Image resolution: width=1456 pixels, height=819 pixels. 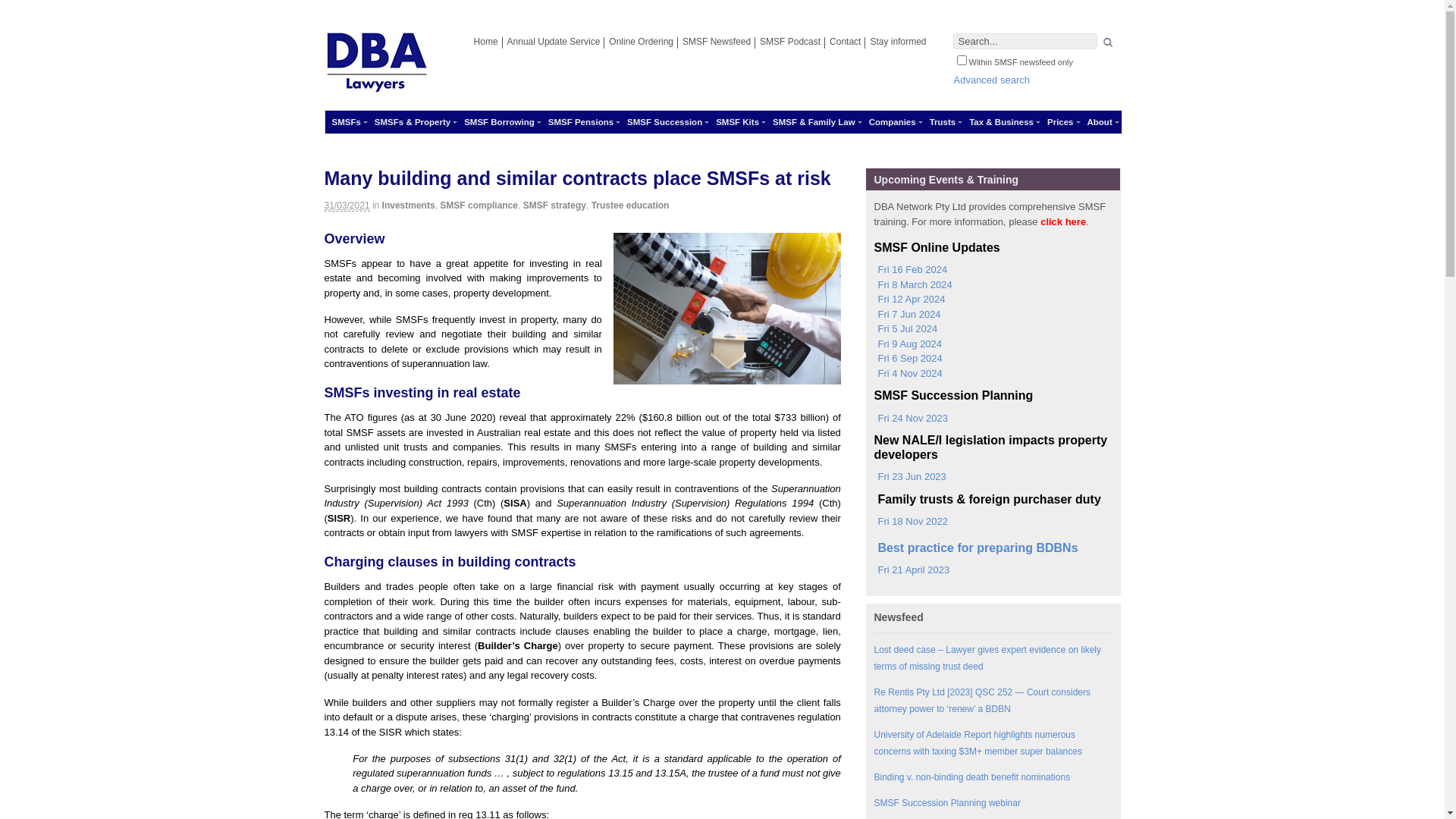 I want to click on 'Companies', so click(x=892, y=121).